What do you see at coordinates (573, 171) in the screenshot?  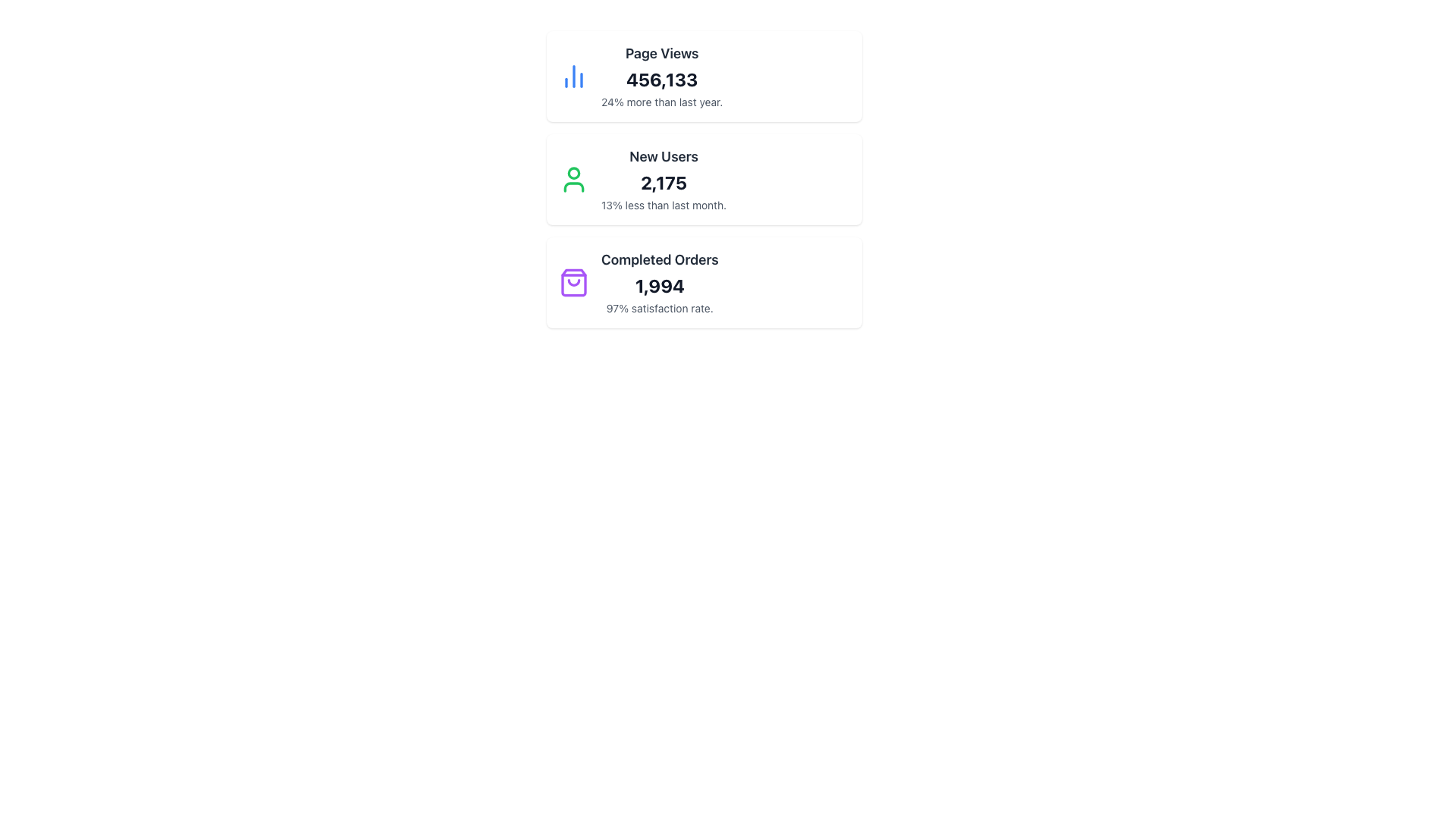 I see `the Circle graphic which represents the head component of the user profile icon, located next to the 'New Users' text` at bounding box center [573, 171].